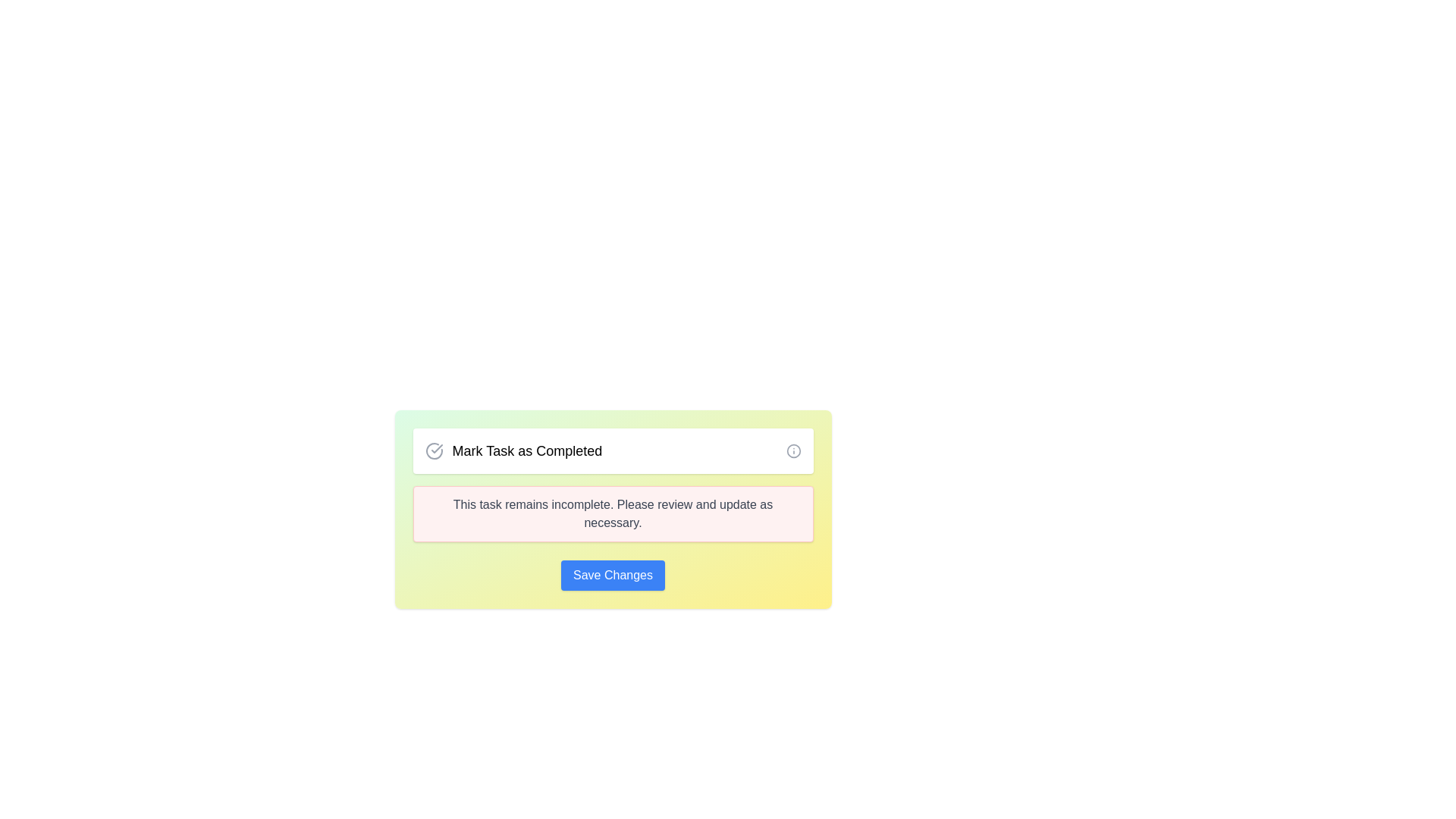 Image resolution: width=1456 pixels, height=819 pixels. Describe the element at coordinates (433, 450) in the screenshot. I see `the SVG icon that marks a task as completed, located immediately to the left of the 'Mark Task as Completed' label, to receive additional feedback` at that location.